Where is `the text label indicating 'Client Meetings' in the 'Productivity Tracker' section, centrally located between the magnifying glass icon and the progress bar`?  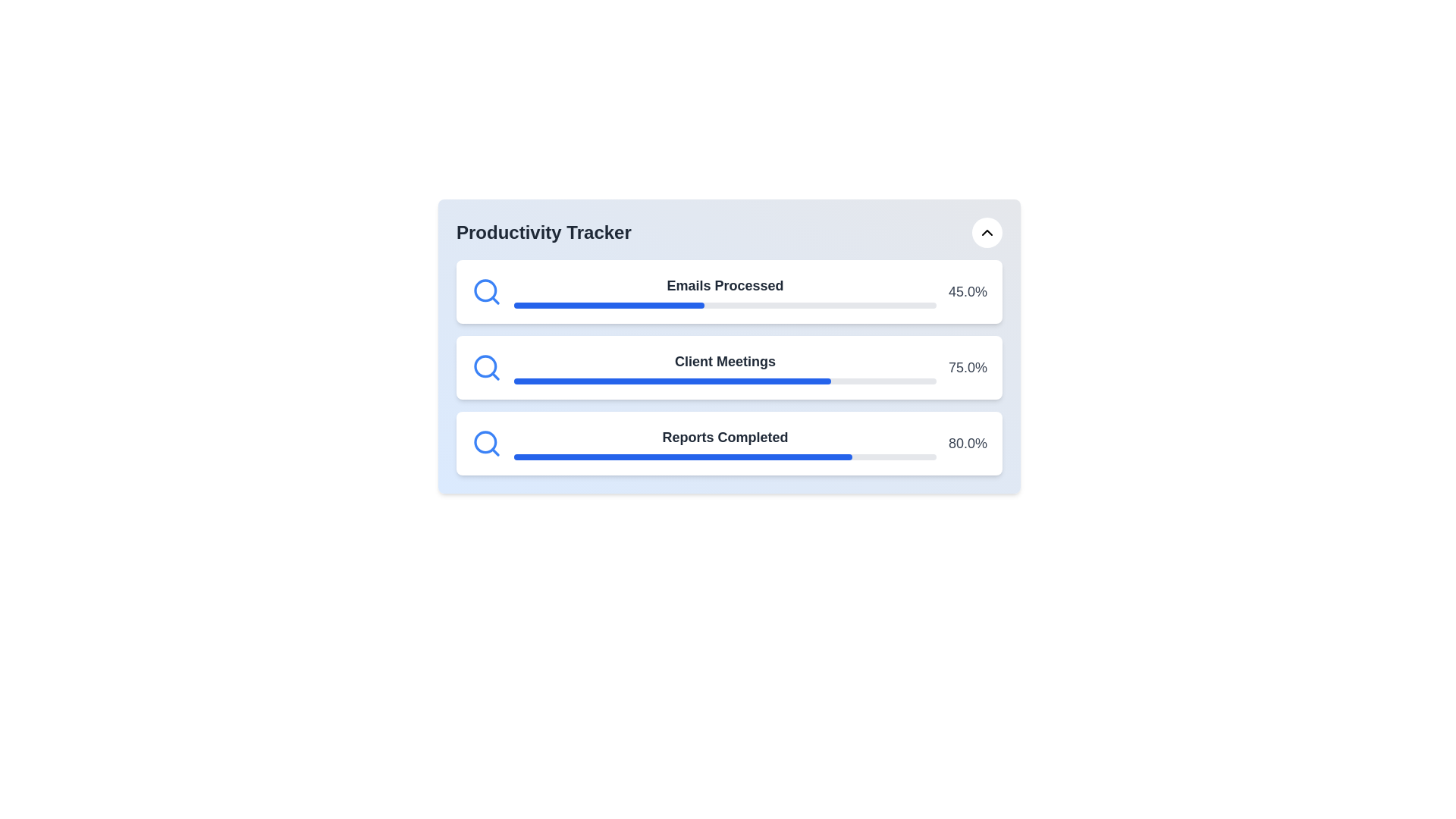
the text label indicating 'Client Meetings' in the 'Productivity Tracker' section, centrally located between the magnifying glass icon and the progress bar is located at coordinates (724, 362).